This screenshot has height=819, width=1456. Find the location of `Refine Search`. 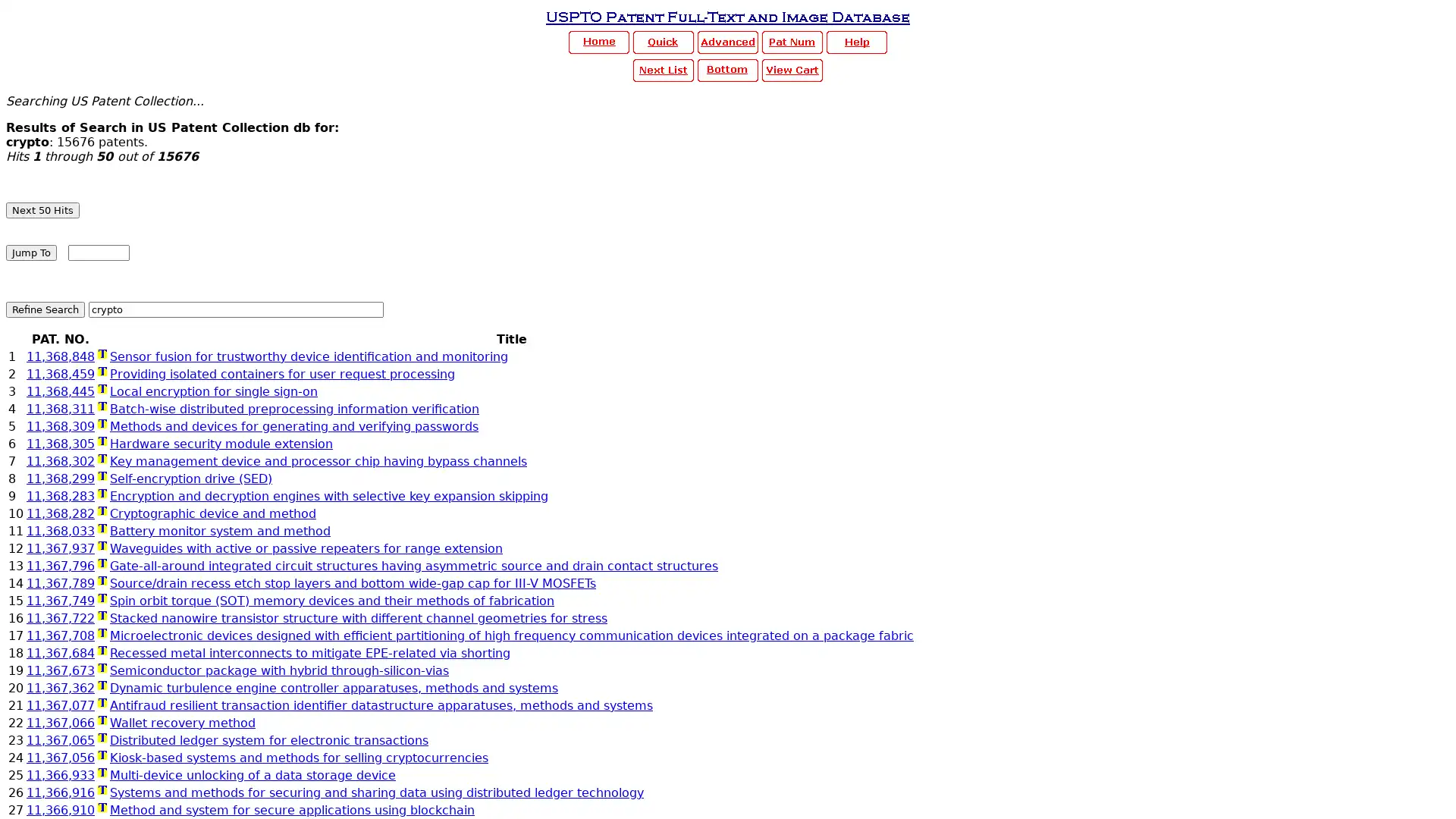

Refine Search is located at coordinates (45, 309).